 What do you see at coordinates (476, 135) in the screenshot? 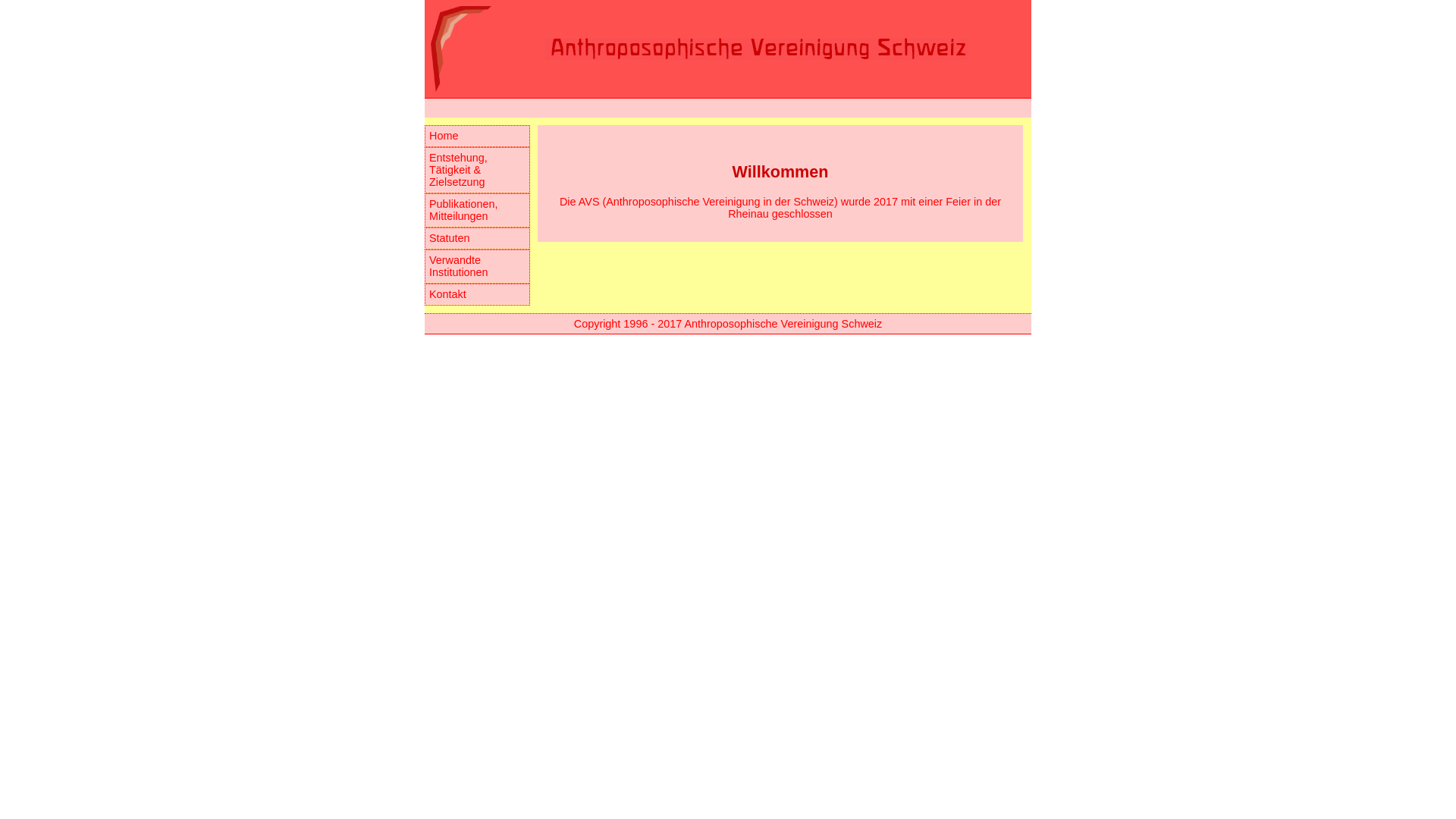
I see `'Home'` at bounding box center [476, 135].